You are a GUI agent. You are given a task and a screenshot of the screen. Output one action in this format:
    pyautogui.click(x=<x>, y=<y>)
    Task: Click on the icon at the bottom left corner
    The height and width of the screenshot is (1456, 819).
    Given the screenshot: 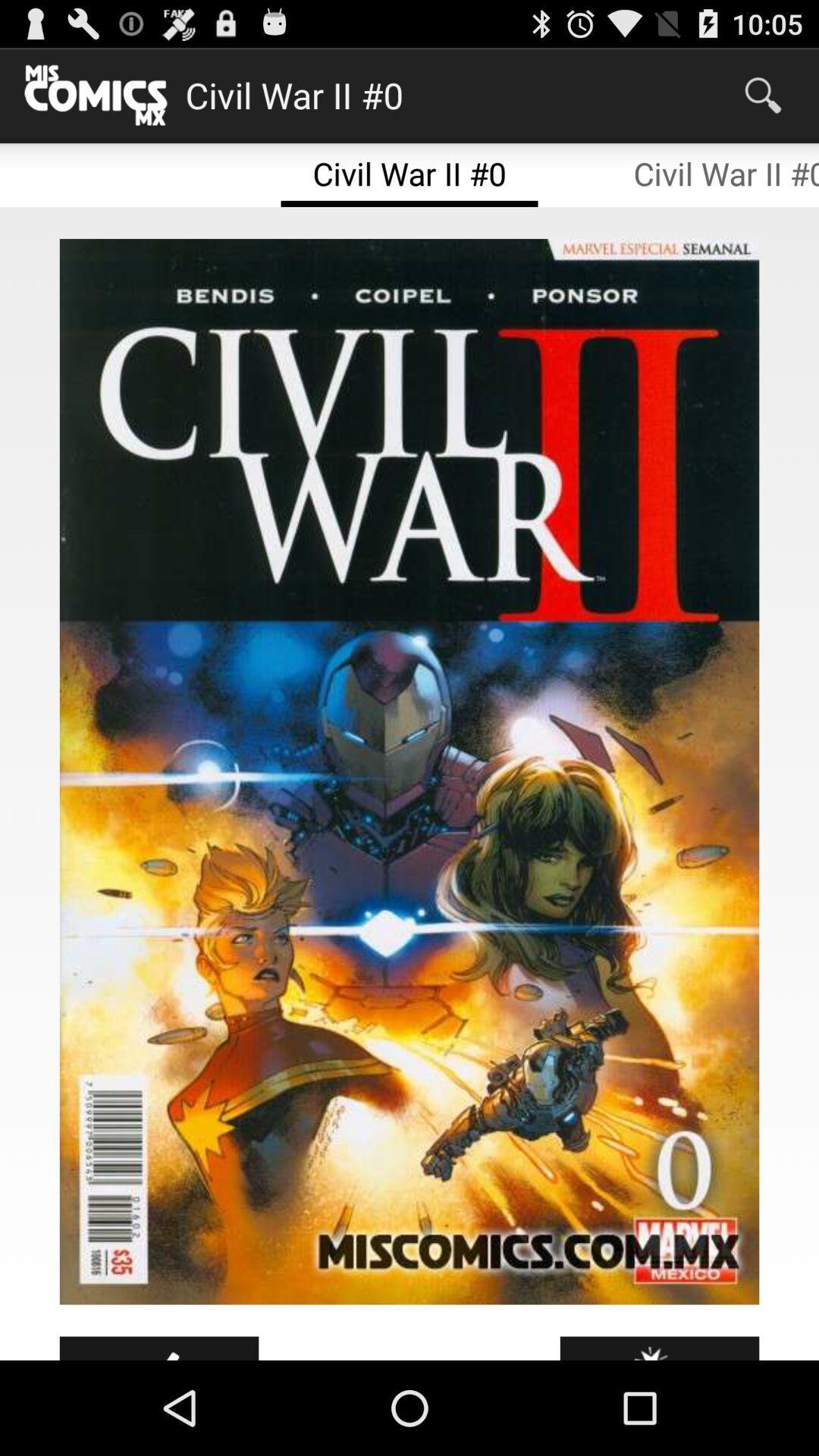 What is the action you would take?
    pyautogui.click(x=158, y=1348)
    